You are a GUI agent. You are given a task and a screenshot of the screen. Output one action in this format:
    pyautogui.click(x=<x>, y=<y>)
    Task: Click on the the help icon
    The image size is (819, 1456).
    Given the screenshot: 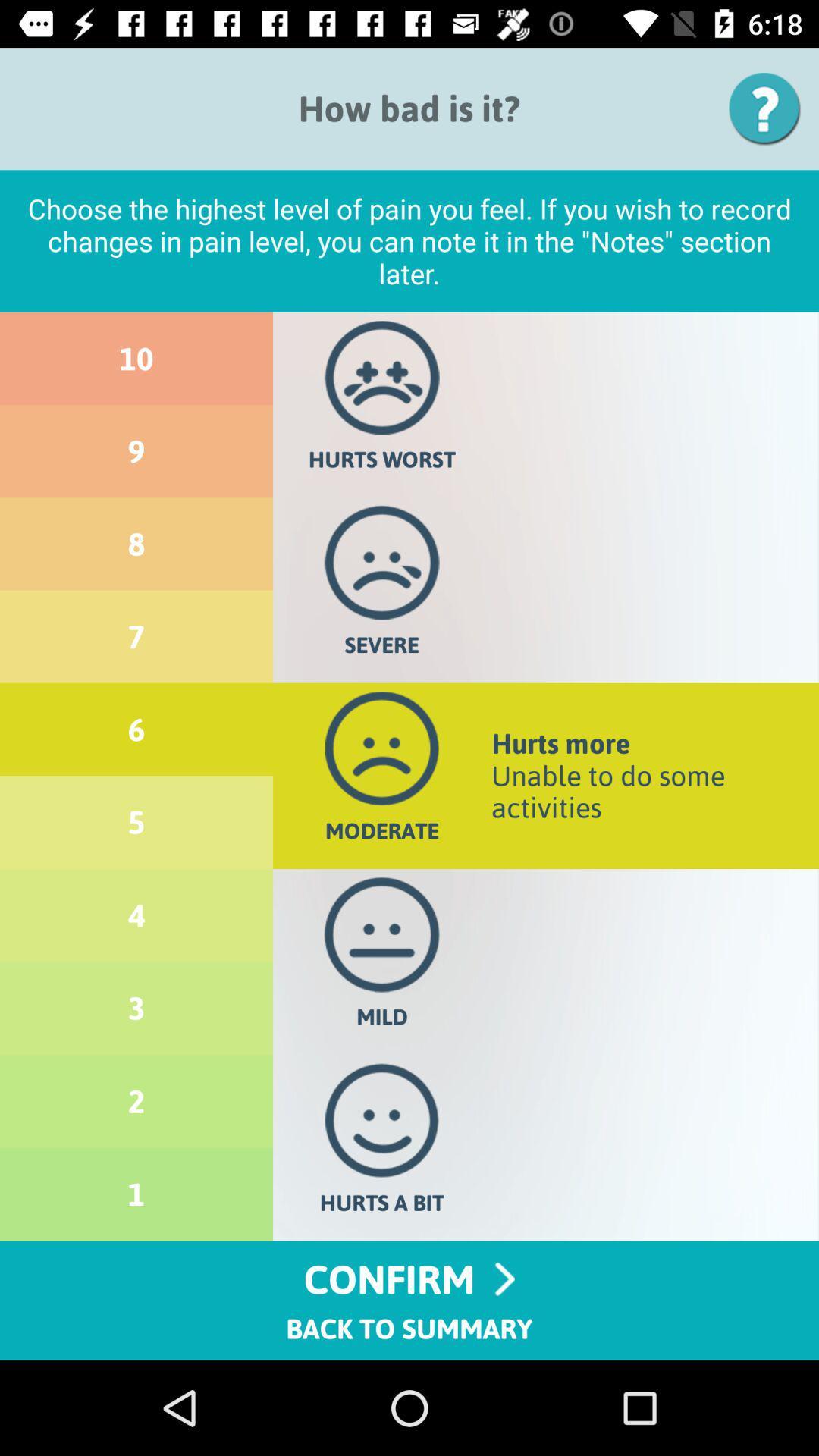 What is the action you would take?
    pyautogui.click(x=770, y=108)
    